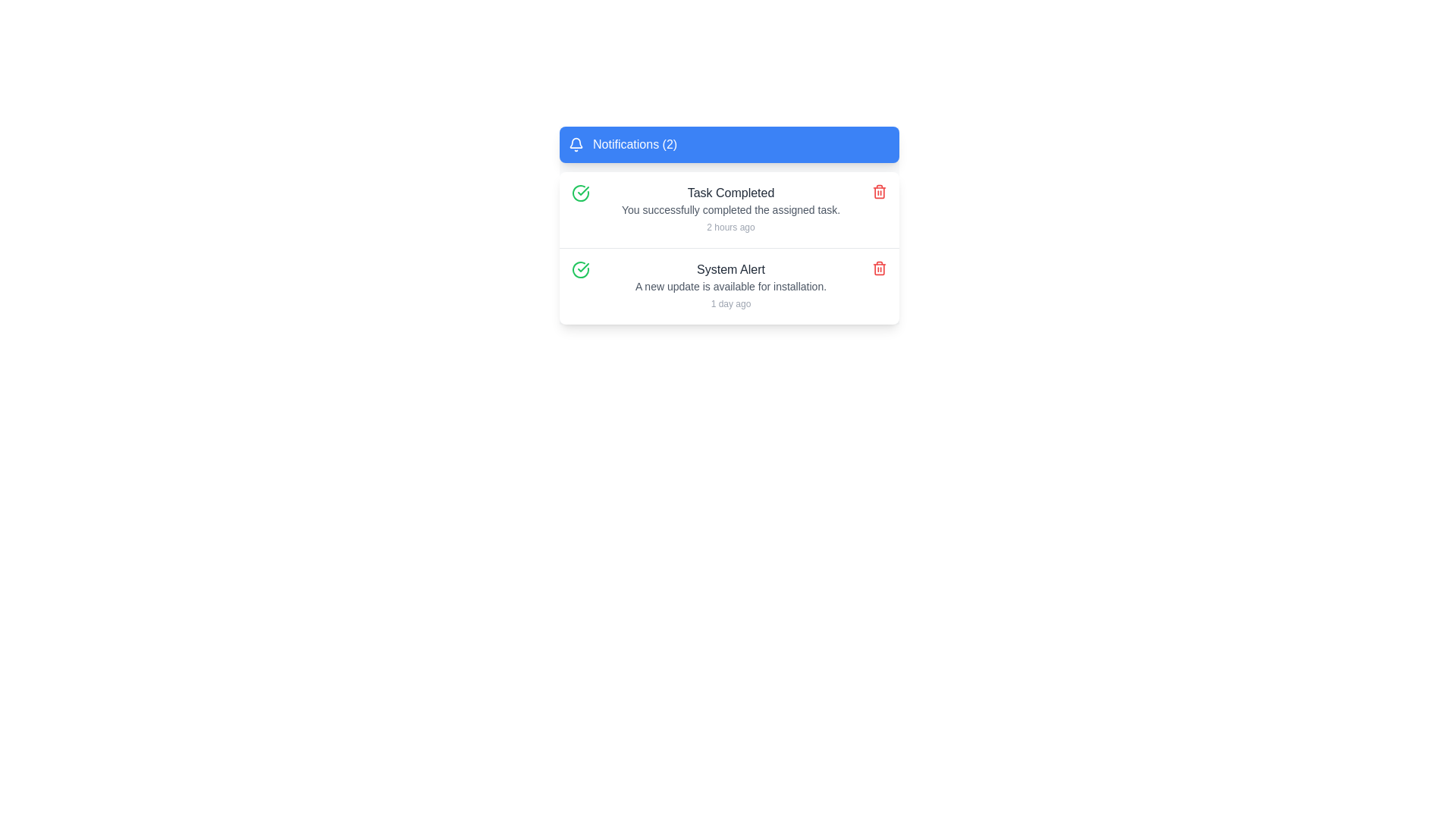 This screenshot has height=819, width=1456. What do you see at coordinates (880, 268) in the screenshot?
I see `the Trash/Delete icon located at the far right side of the second notification card labeled 'System Alert' to potentially reveal a tooltip` at bounding box center [880, 268].